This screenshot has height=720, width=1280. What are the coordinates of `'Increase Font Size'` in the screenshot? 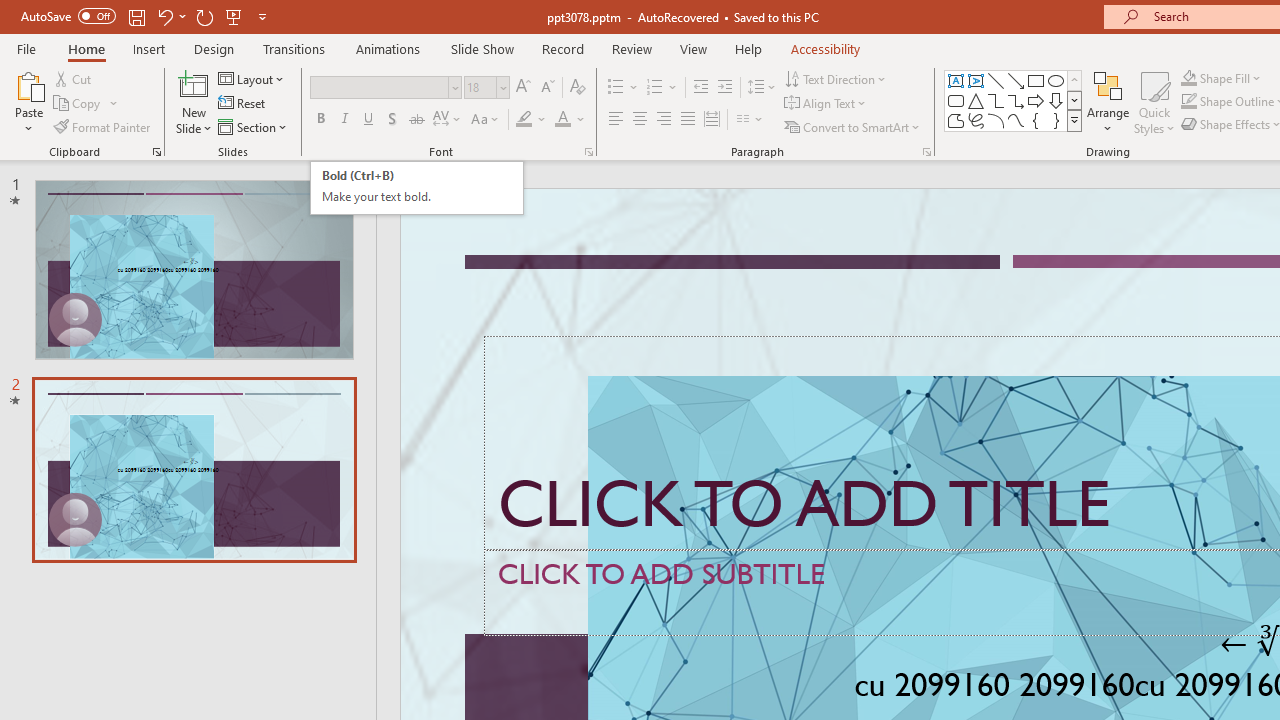 It's located at (522, 86).